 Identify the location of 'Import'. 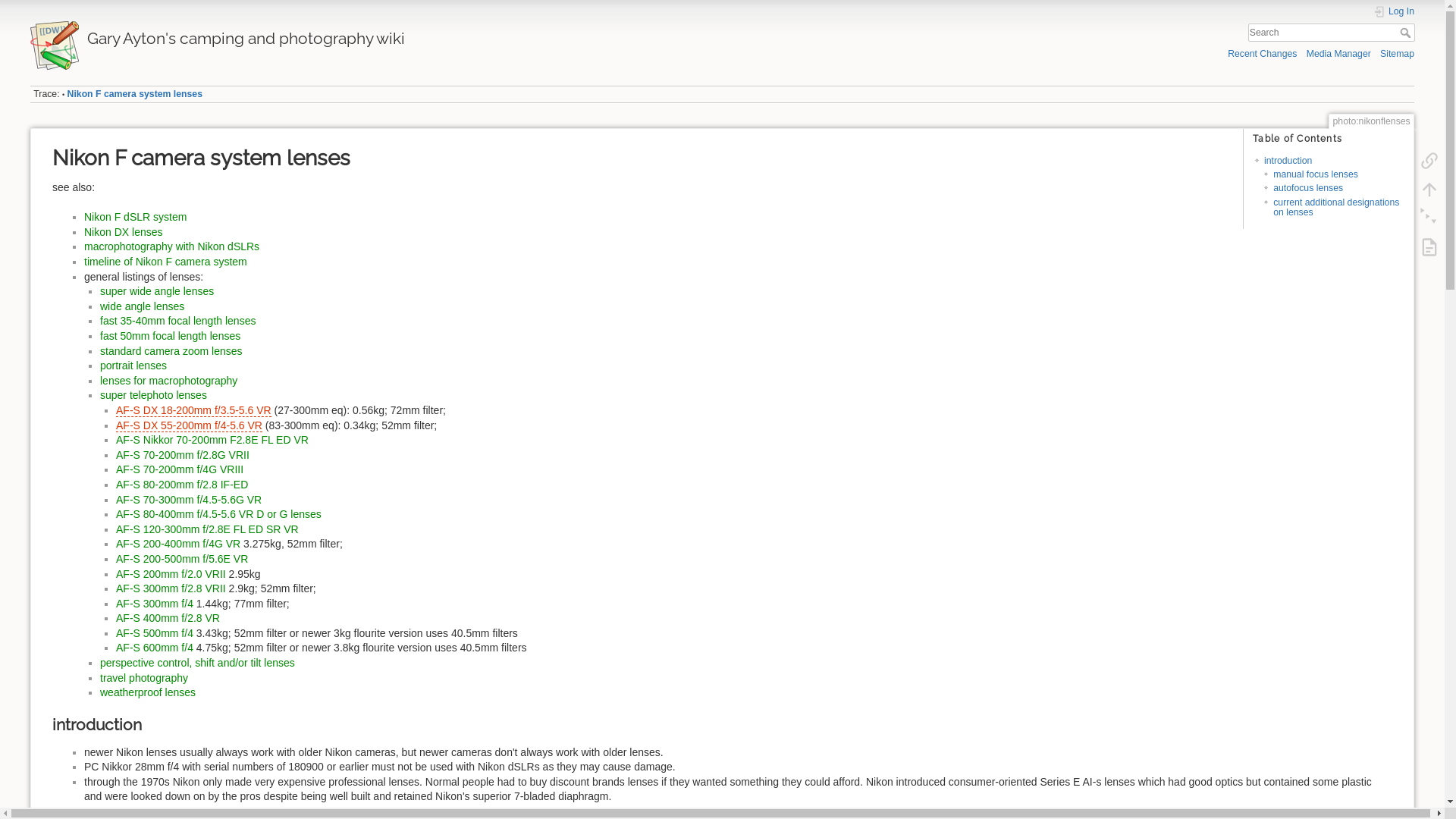
(1429, 246).